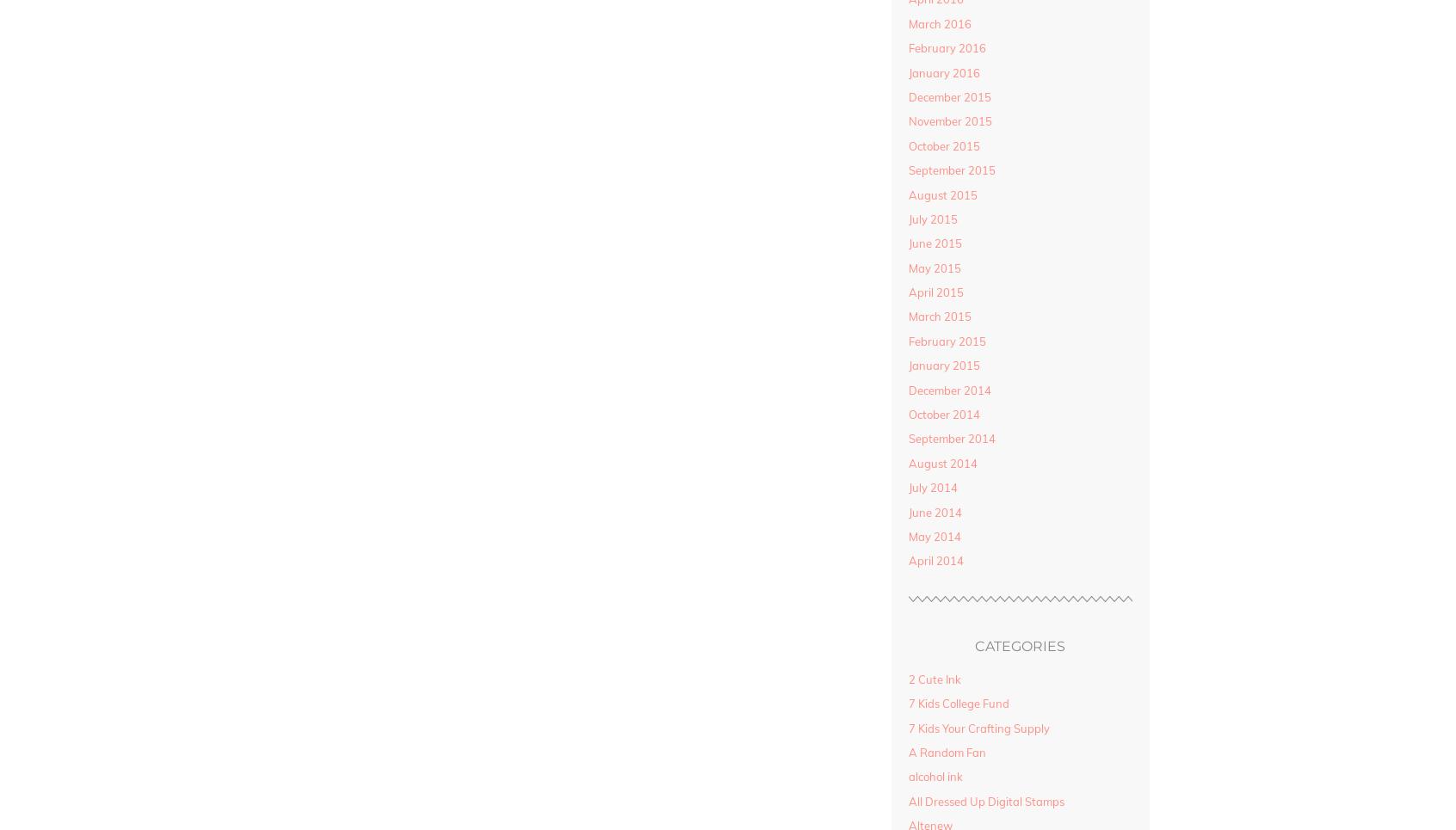 This screenshot has width=1456, height=830. I want to click on 'August 2015', so click(942, 194).